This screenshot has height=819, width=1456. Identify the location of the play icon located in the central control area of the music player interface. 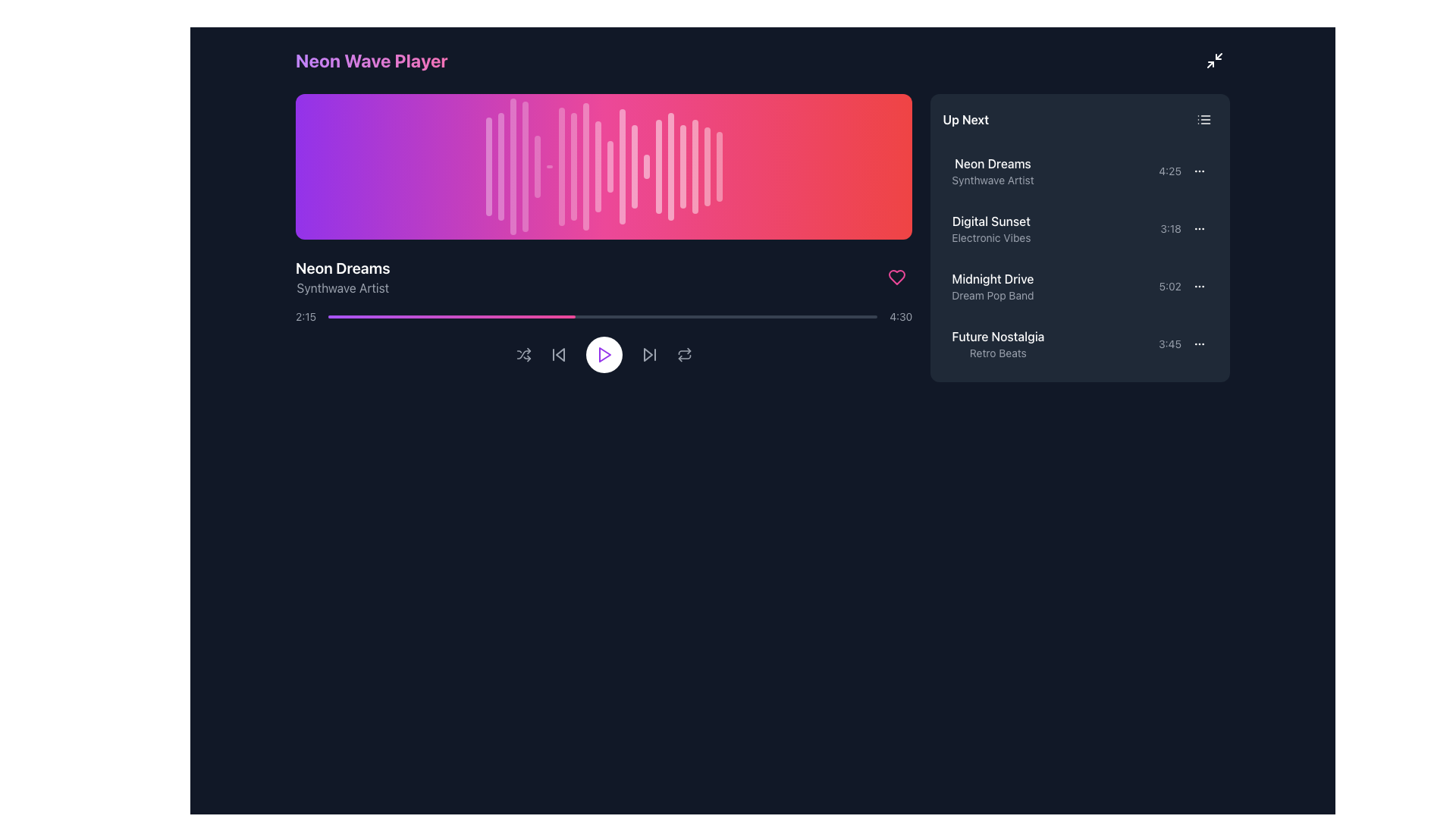
(604, 354).